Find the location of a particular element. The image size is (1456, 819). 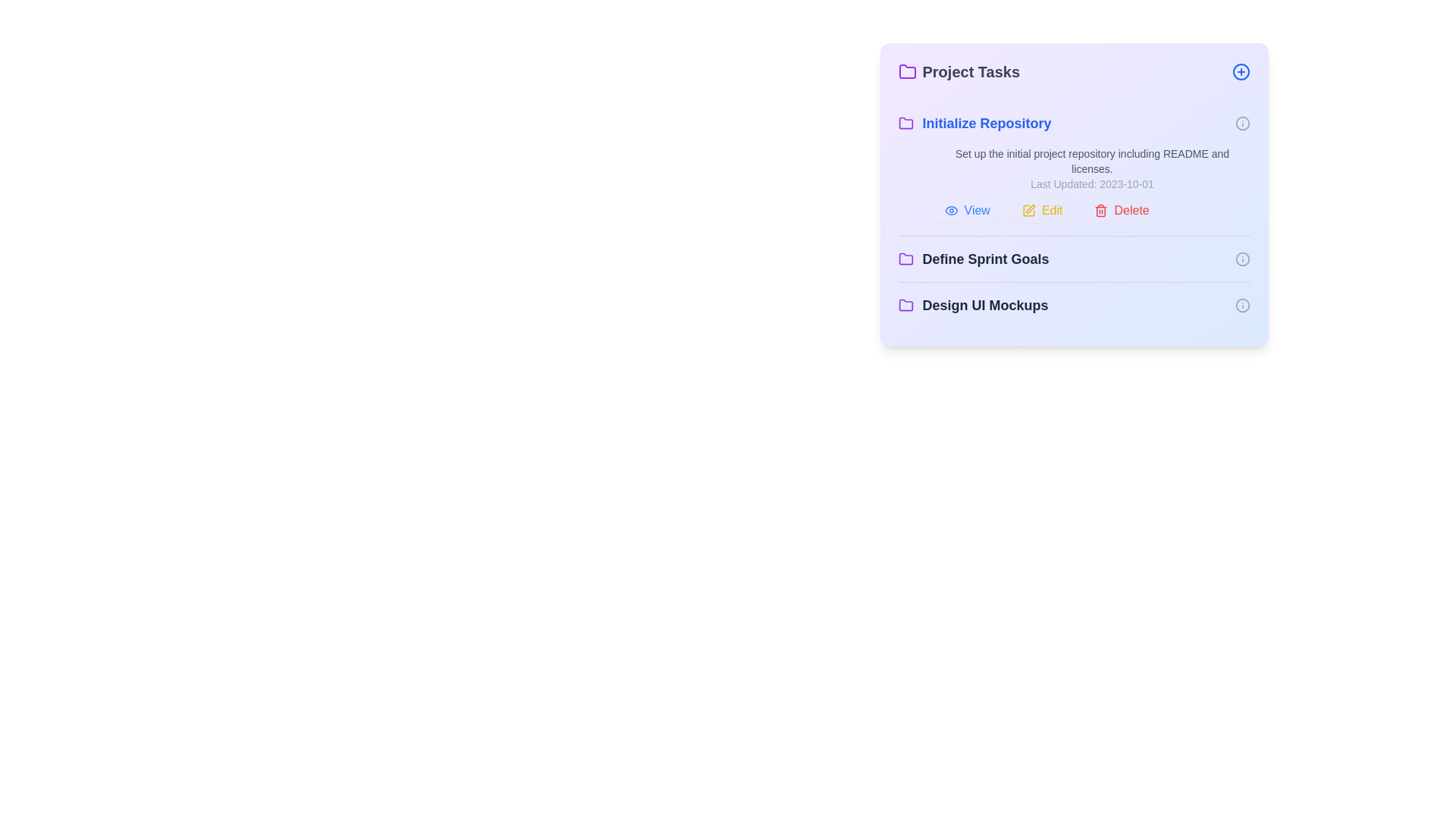

the list item labeled 'Design UI Mockups' is located at coordinates (1073, 305).